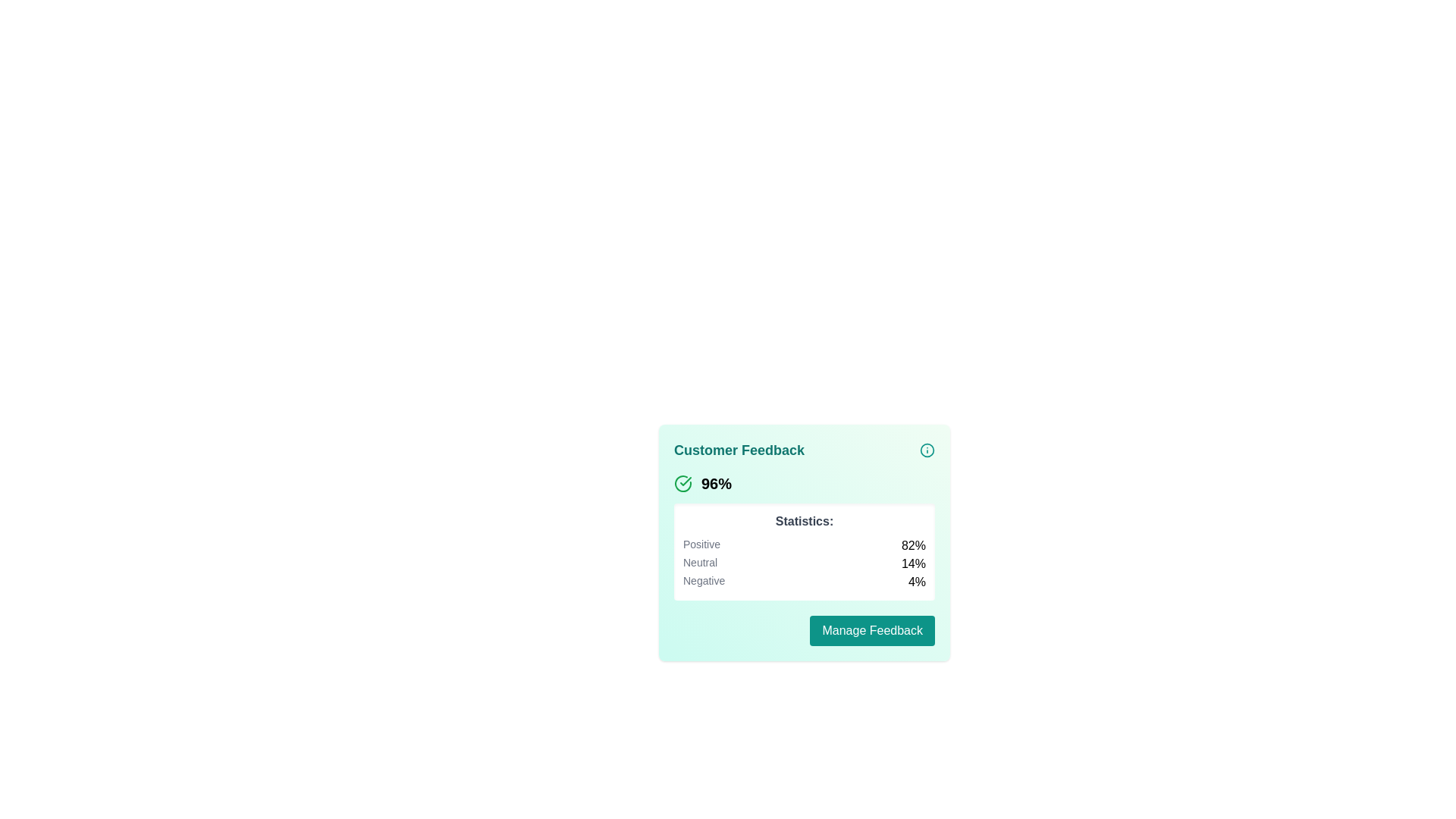 The width and height of the screenshot is (1456, 819). What do you see at coordinates (701, 546) in the screenshot?
I see `the text label that categorizes the adjacent percentage referring to positive feedback, located in the feedback summary card under 'Statistics'` at bounding box center [701, 546].